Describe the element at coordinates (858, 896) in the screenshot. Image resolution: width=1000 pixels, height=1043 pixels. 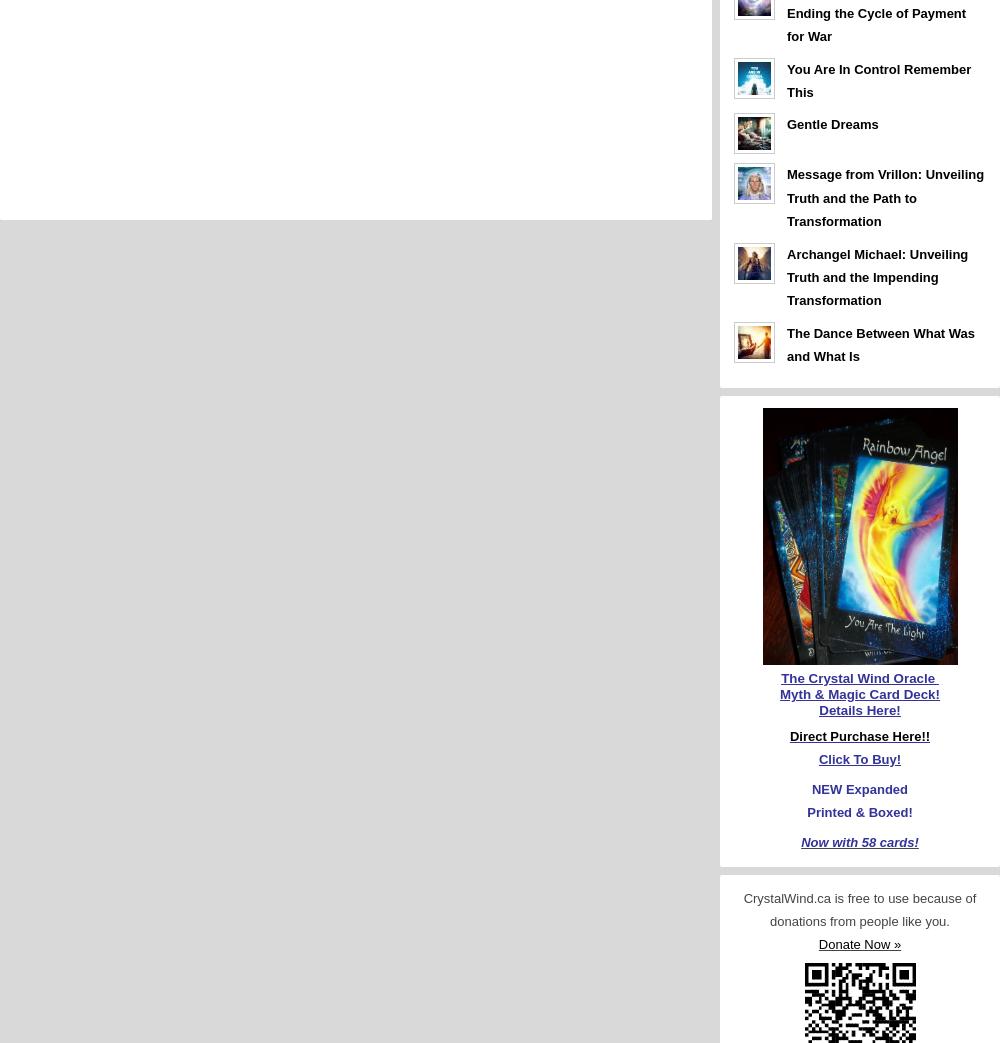
I see `'CrystalWind.ca is free to use because of'` at that location.